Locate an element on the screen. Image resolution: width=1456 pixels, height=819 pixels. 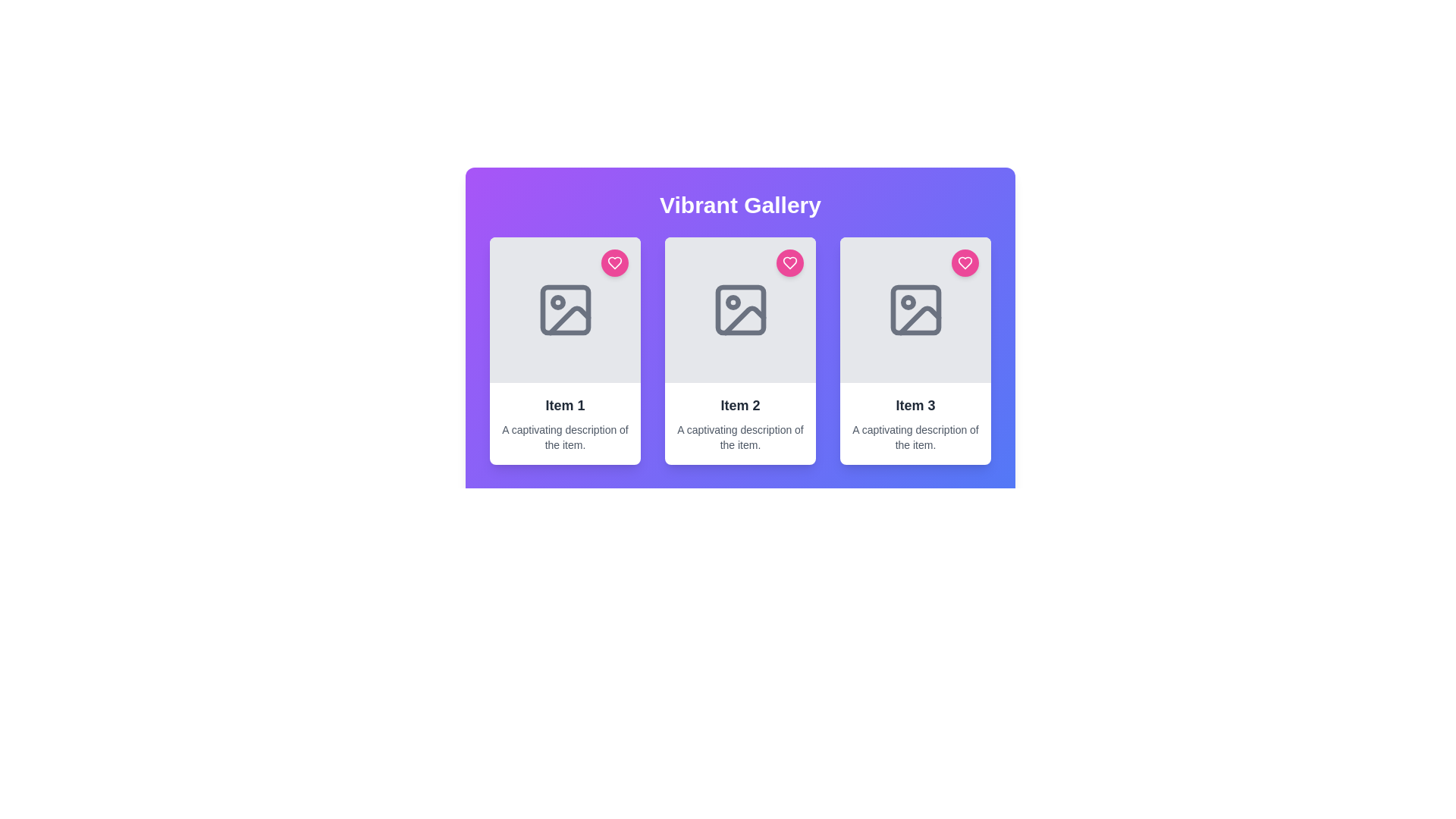
the Decorative Marker located inside the illustrative image placeholder of the 'Item 3' card in the gallery is located at coordinates (908, 302).